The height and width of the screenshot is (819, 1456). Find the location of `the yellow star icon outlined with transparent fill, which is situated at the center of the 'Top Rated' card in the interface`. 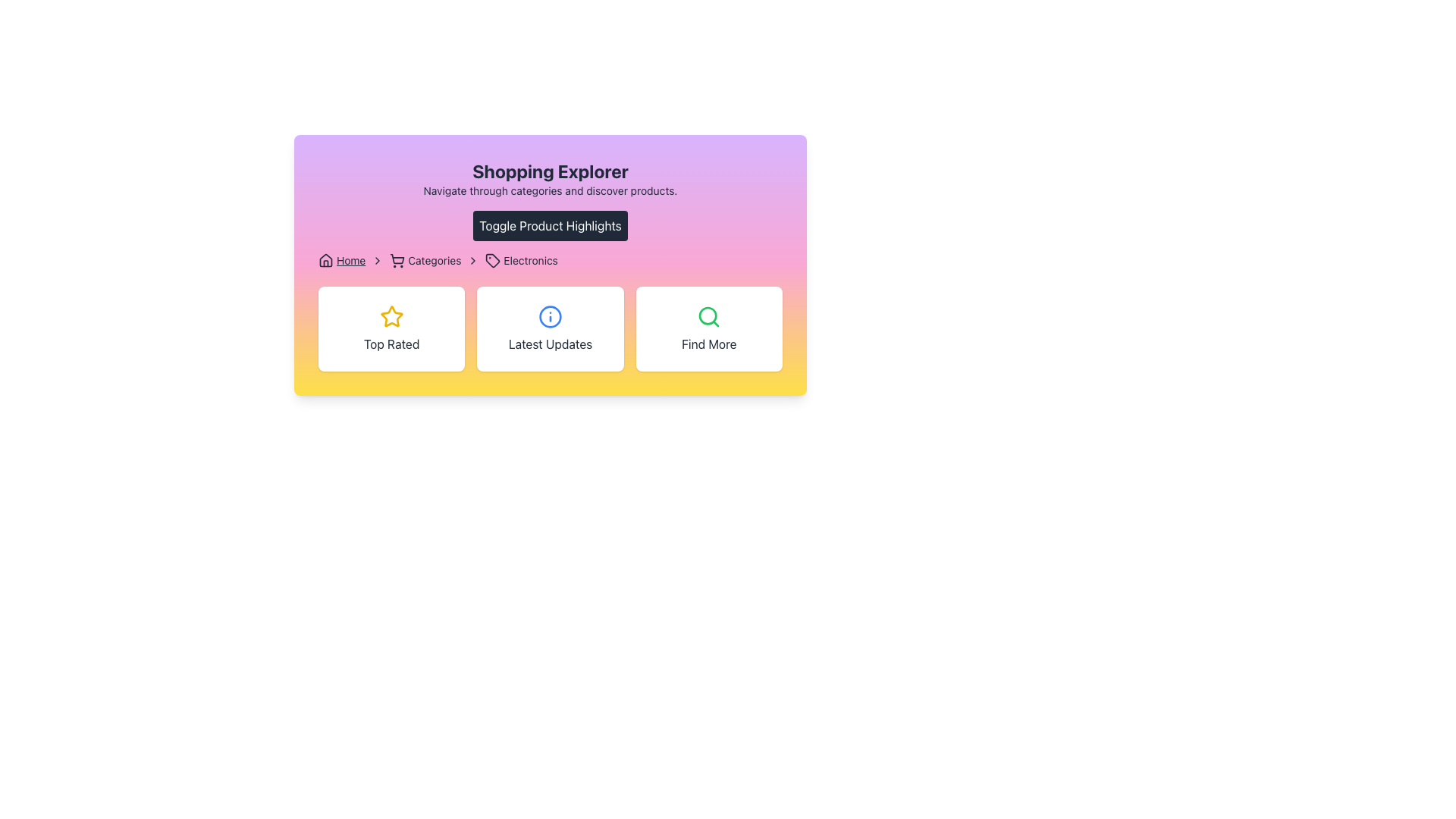

the yellow star icon outlined with transparent fill, which is situated at the center of the 'Top Rated' card in the interface is located at coordinates (391, 315).